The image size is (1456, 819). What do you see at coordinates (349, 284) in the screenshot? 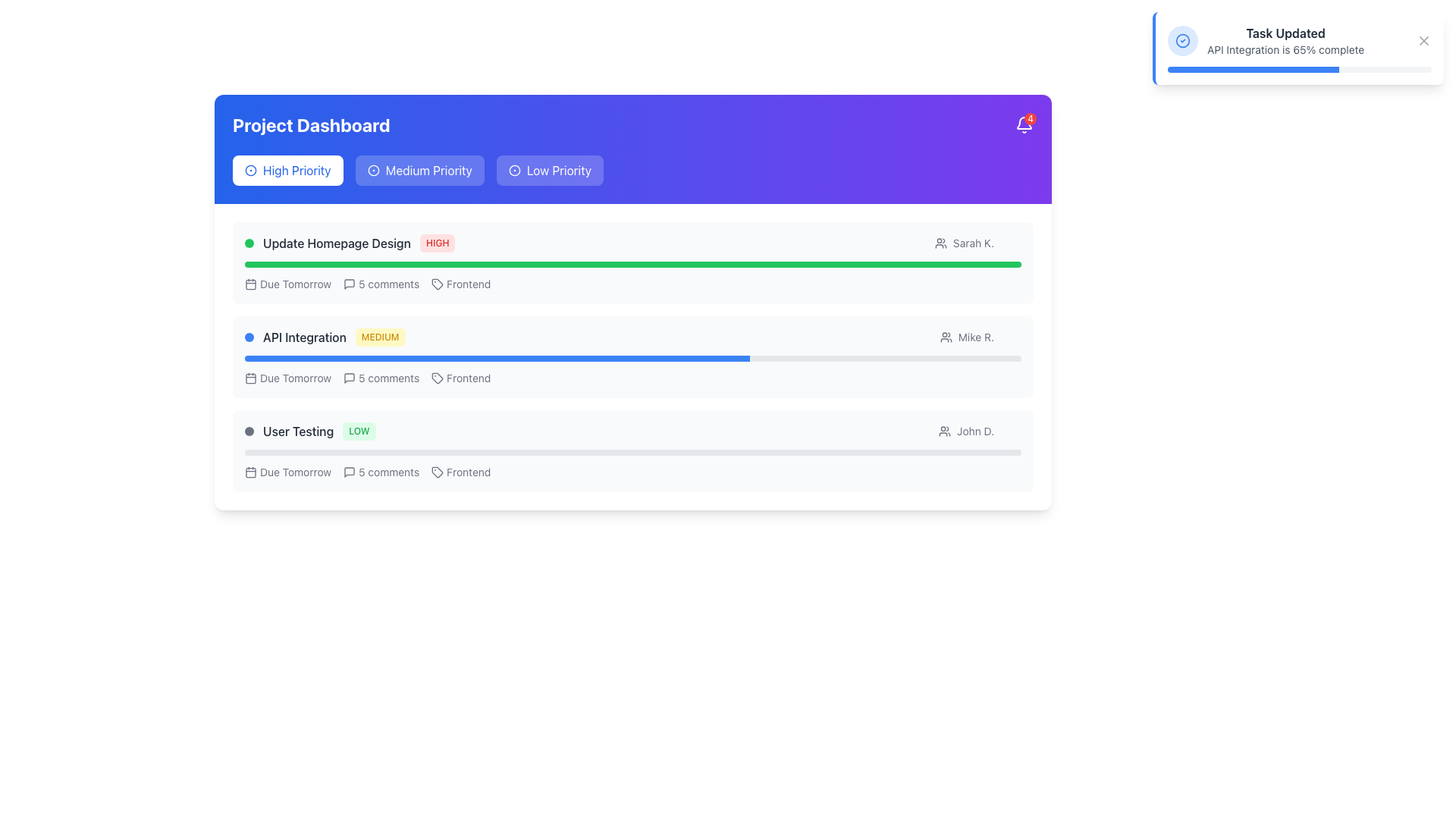
I see `the speech bubble SVG icon representing comments, located to the left of the '5 comments' text in the second row of the list items` at bounding box center [349, 284].